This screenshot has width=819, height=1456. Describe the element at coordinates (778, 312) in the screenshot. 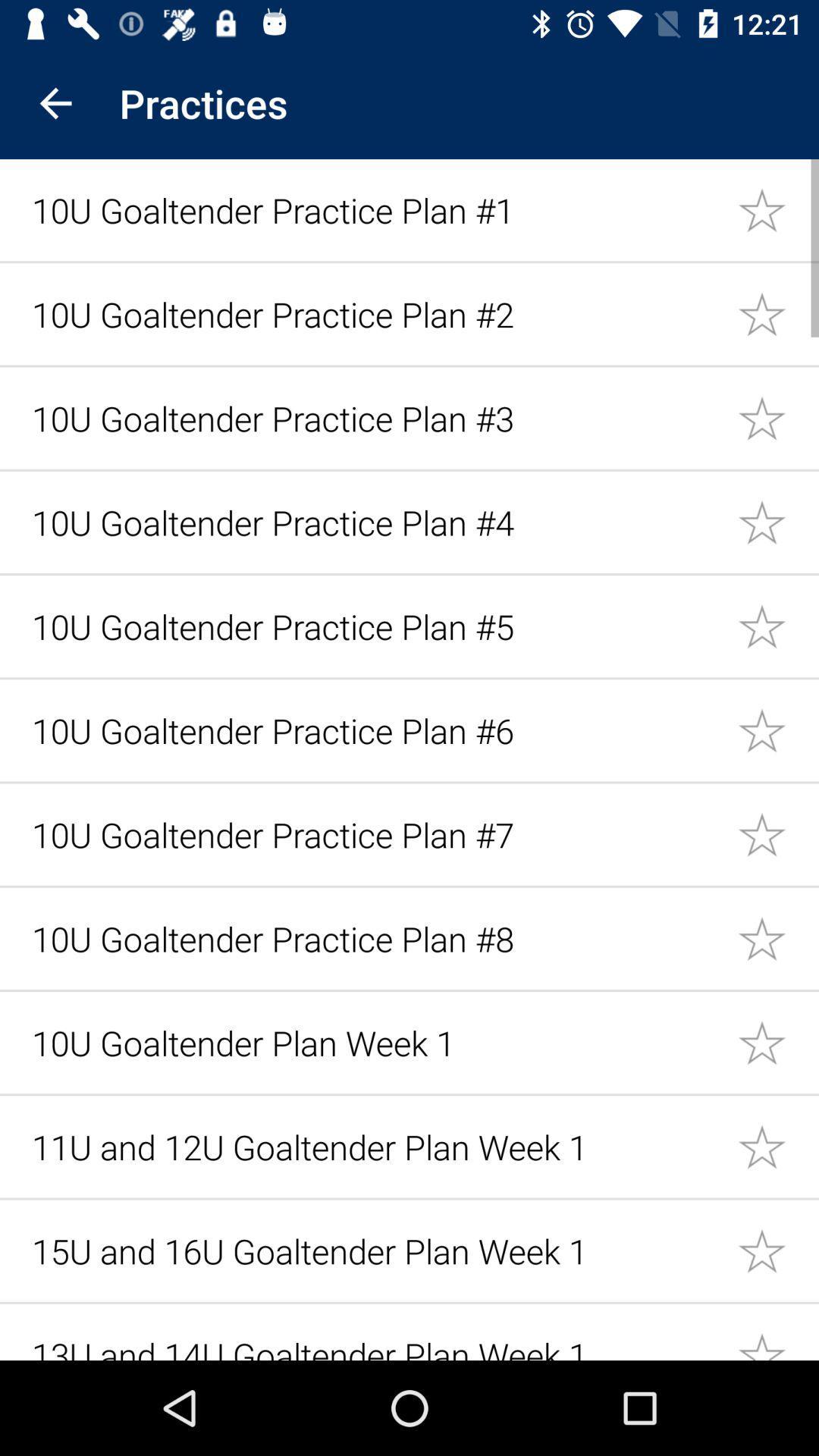

I see `mark as favorite` at that location.